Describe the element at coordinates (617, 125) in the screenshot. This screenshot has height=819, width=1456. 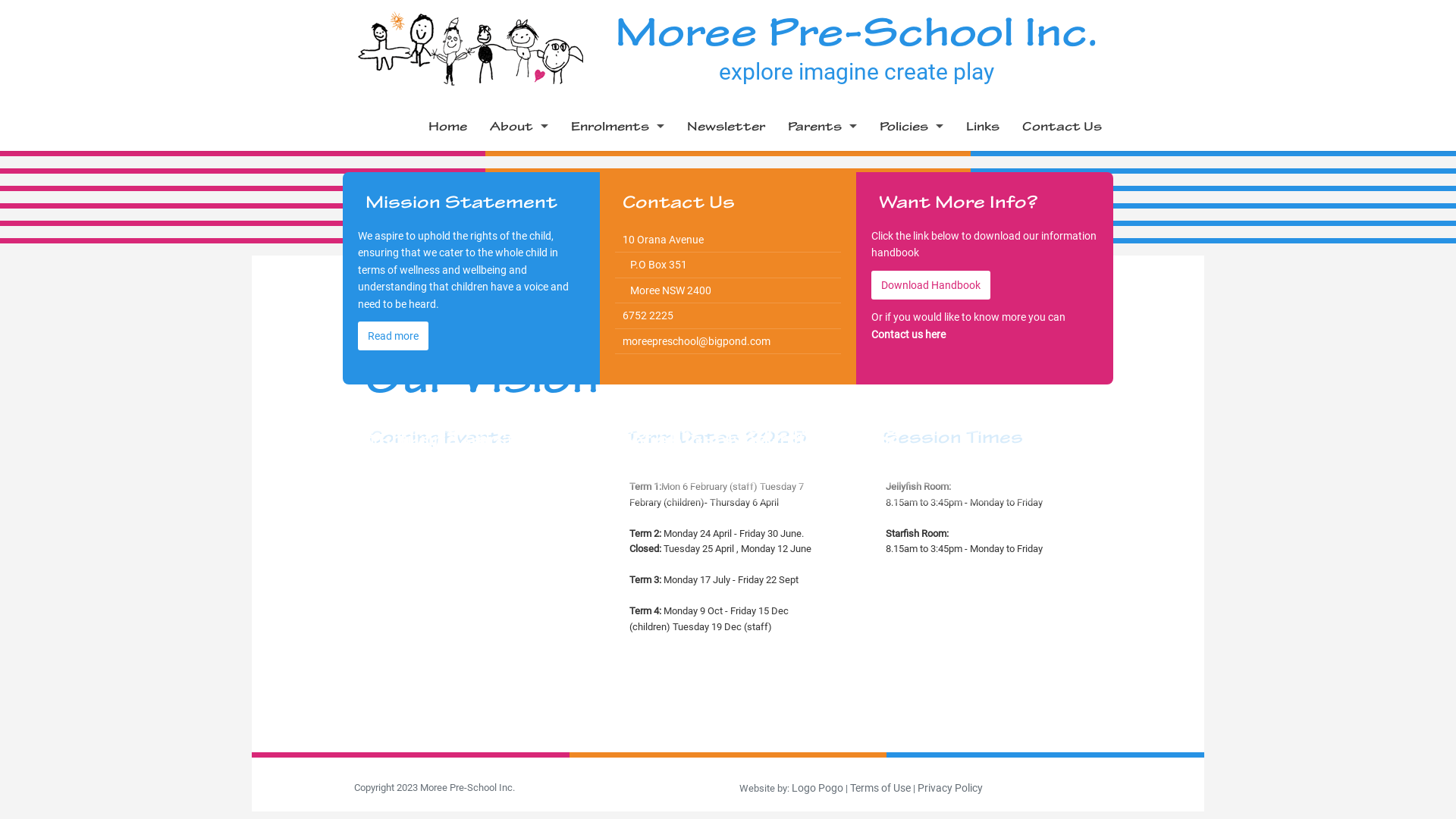
I see `'Enrolments'` at that location.